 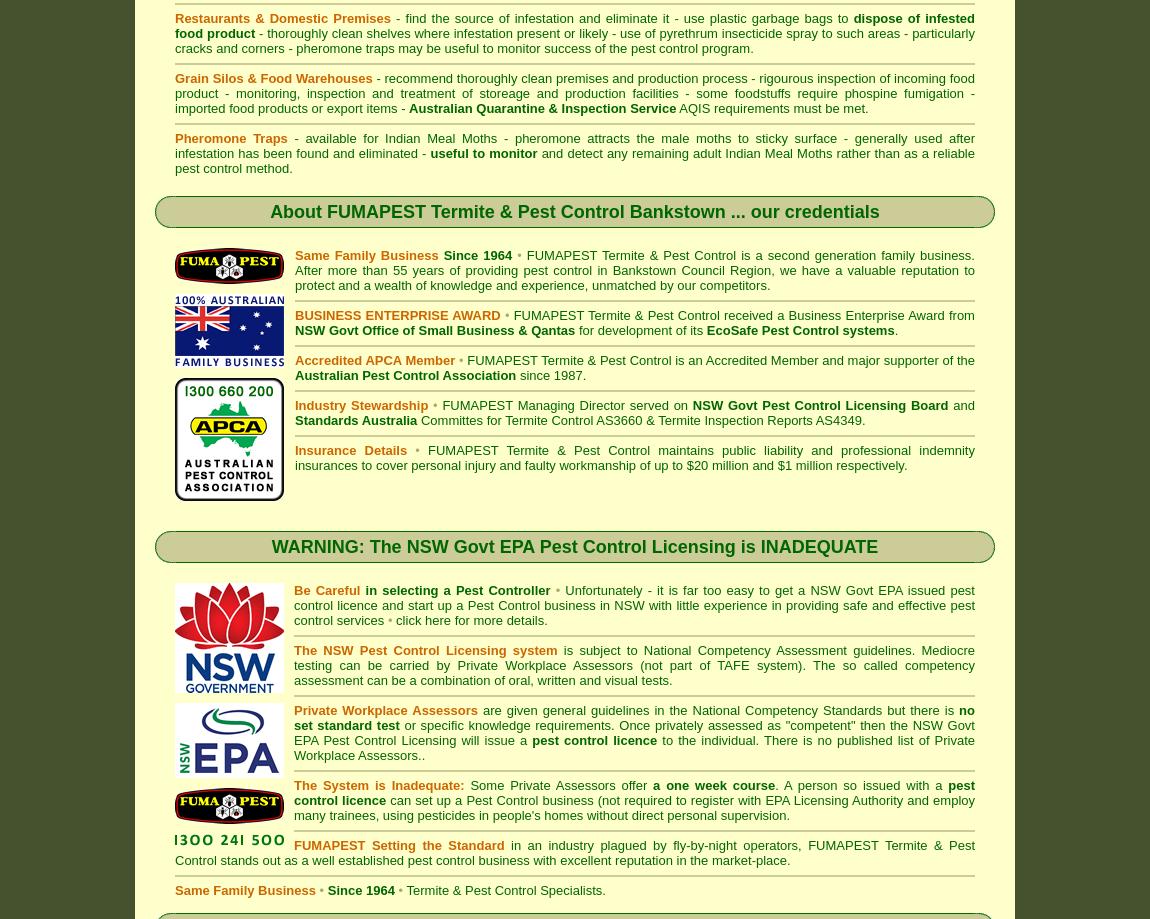 I want to click on 'NSW Govt EPA', so click(x=854, y=590).